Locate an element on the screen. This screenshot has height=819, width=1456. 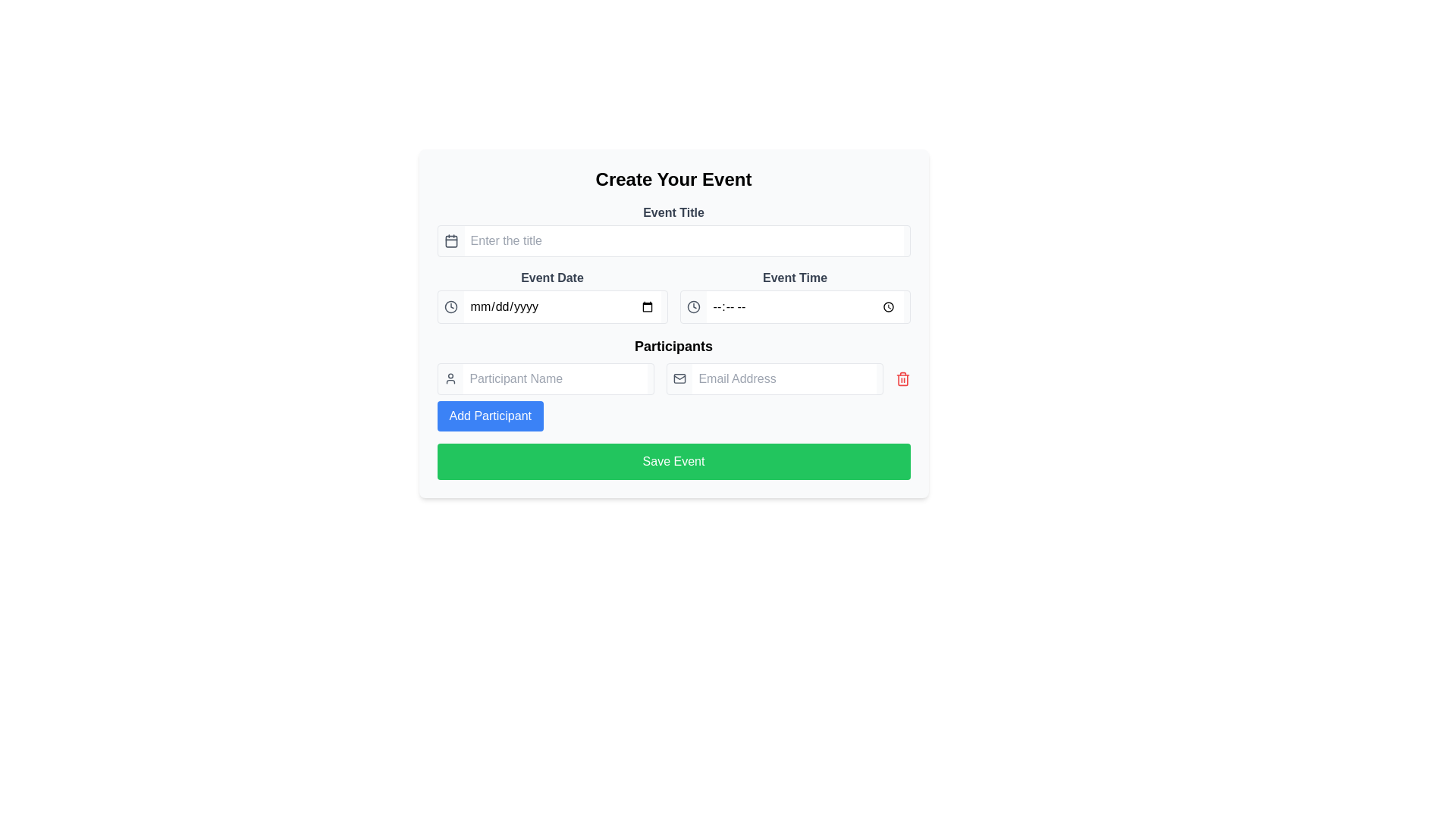
the trash can icon, which is a vertical rectangular shape with rounded corners, located centrally in the Participants section, adjacent to the email address input field is located at coordinates (902, 379).